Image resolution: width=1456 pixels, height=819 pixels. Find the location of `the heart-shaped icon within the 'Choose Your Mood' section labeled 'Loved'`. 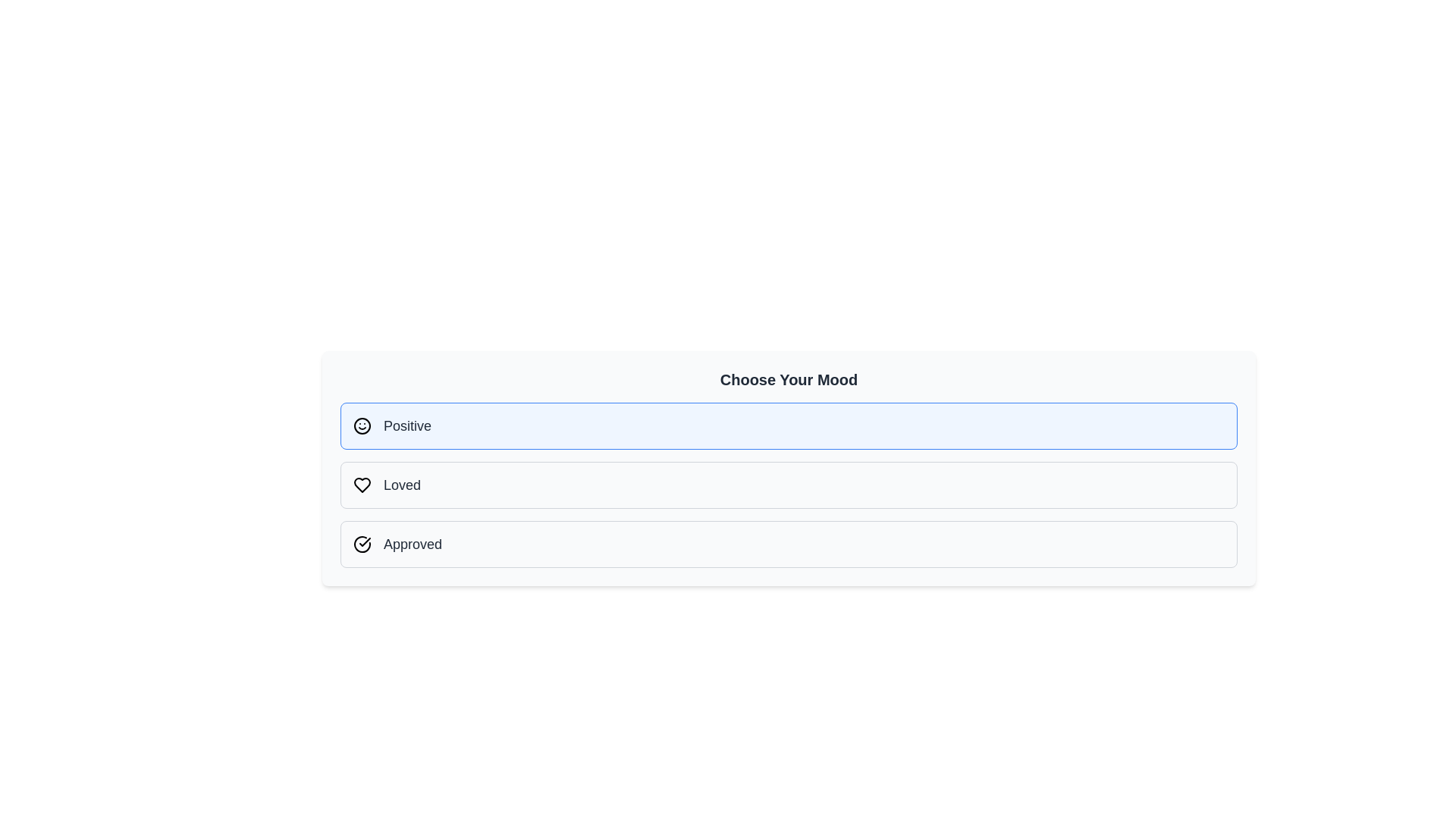

the heart-shaped icon within the 'Choose Your Mood' section labeled 'Loved' is located at coordinates (362, 485).